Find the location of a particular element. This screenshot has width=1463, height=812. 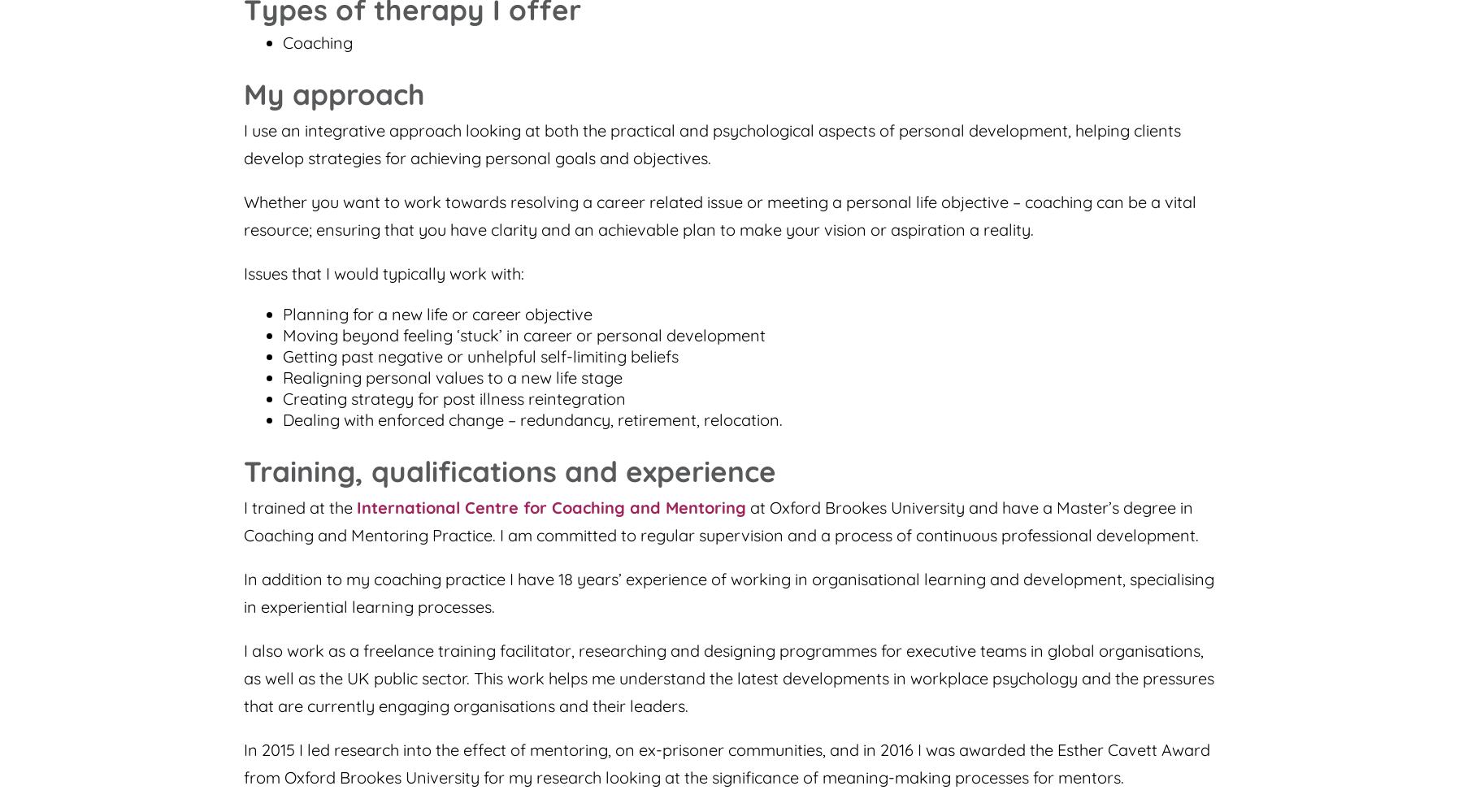

'My approach' is located at coordinates (334, 93).